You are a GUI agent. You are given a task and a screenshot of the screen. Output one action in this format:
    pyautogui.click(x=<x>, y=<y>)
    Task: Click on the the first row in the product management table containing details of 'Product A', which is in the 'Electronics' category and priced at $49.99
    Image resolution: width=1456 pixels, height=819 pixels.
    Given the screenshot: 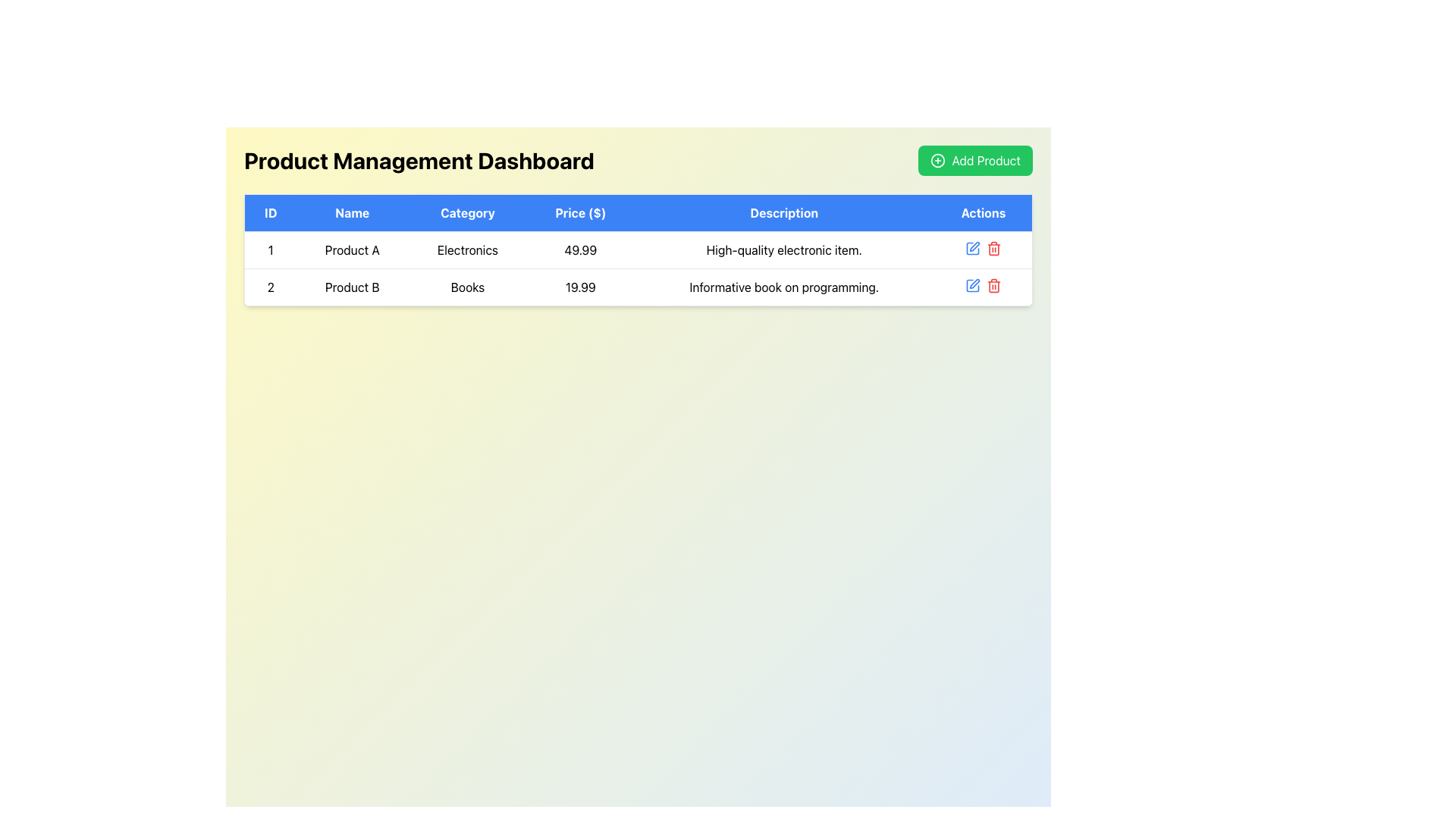 What is the action you would take?
    pyautogui.click(x=638, y=249)
    